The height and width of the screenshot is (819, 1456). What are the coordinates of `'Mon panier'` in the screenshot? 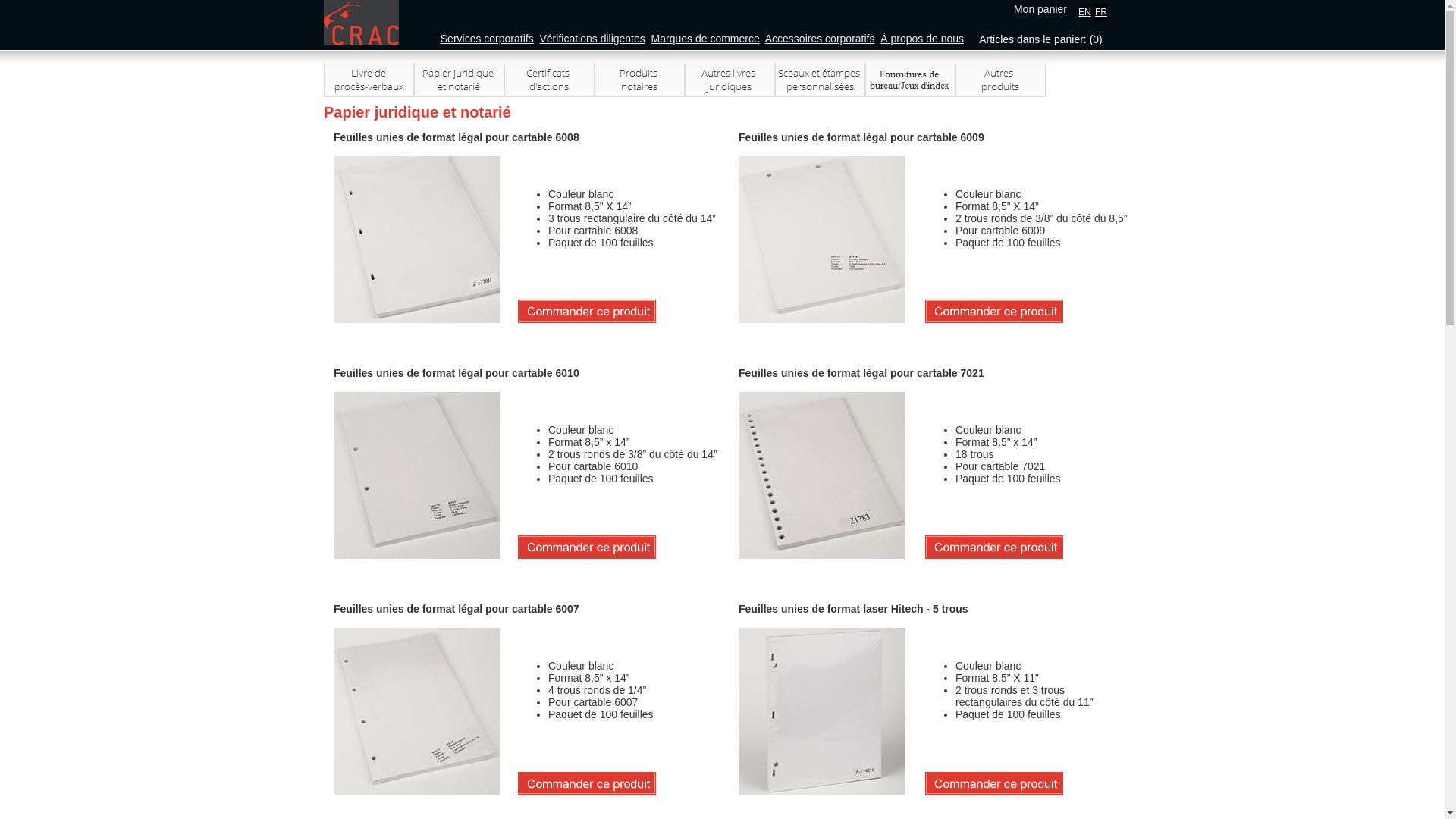 It's located at (1040, 8).